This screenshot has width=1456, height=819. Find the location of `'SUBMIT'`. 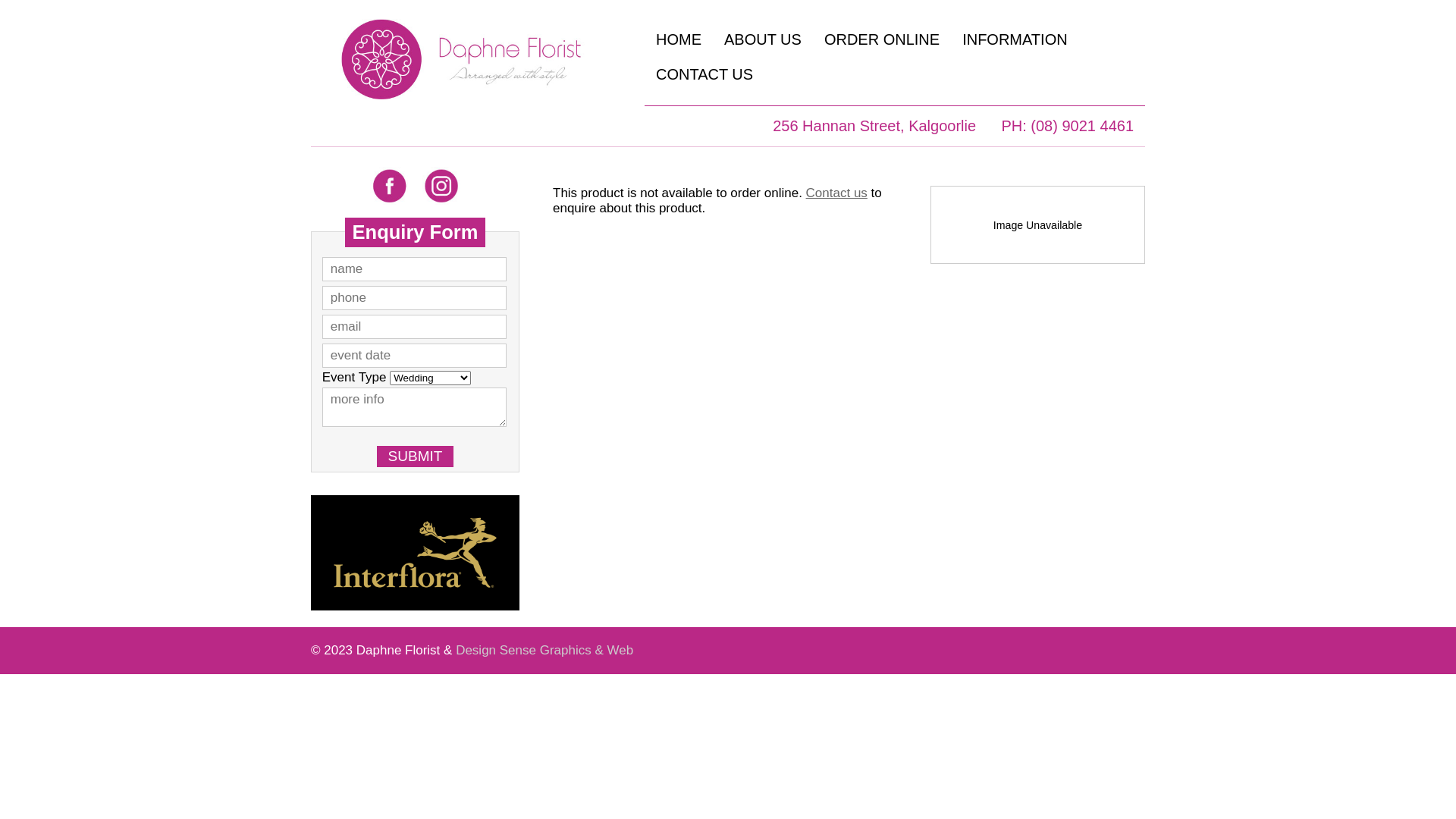

'SUBMIT' is located at coordinates (377, 455).